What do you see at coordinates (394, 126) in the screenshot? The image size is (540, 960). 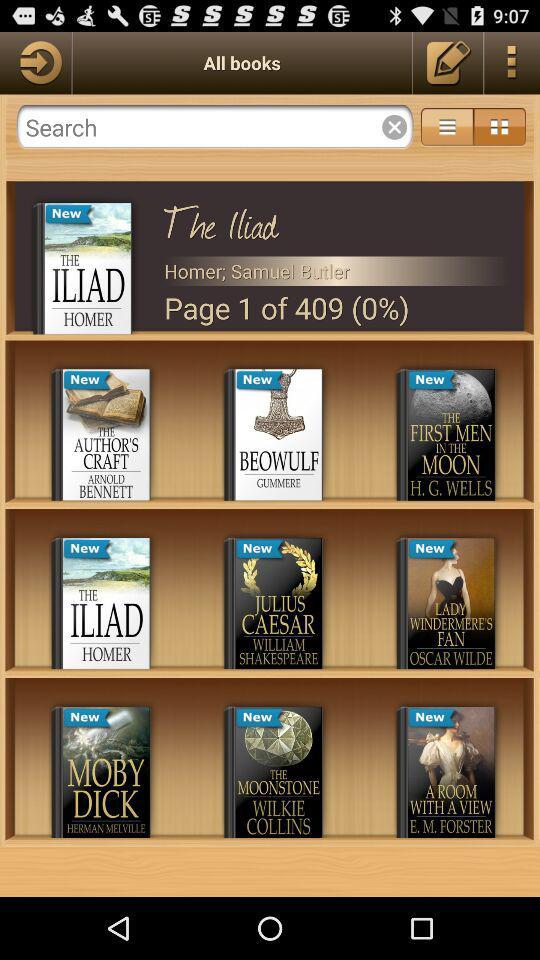 I see `clear search field button` at bounding box center [394, 126].